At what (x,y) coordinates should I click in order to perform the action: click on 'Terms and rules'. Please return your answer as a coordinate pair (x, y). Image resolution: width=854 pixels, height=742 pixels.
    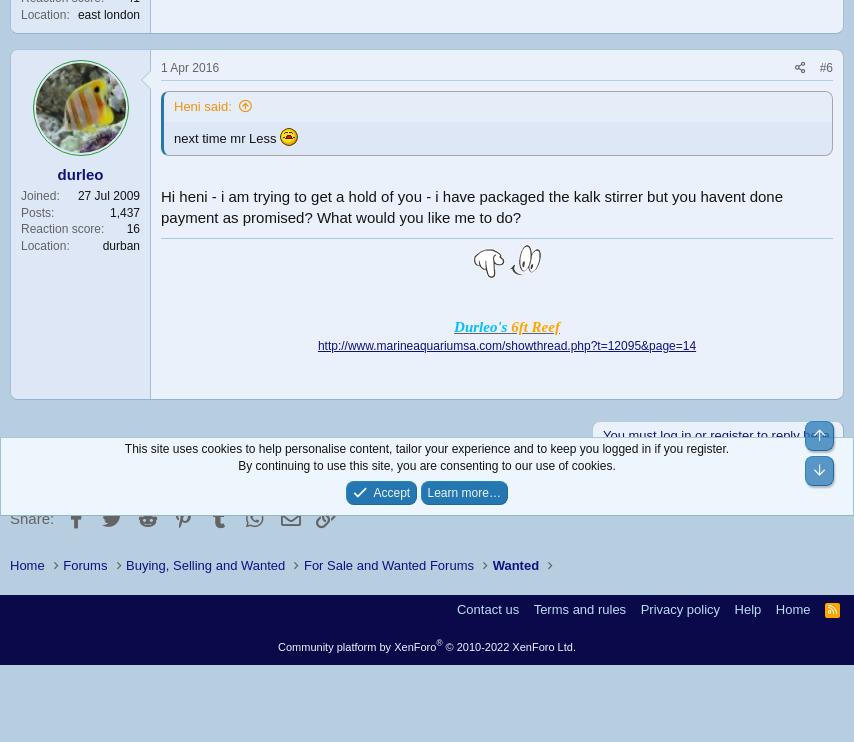
    Looking at the image, I should click on (578, 608).